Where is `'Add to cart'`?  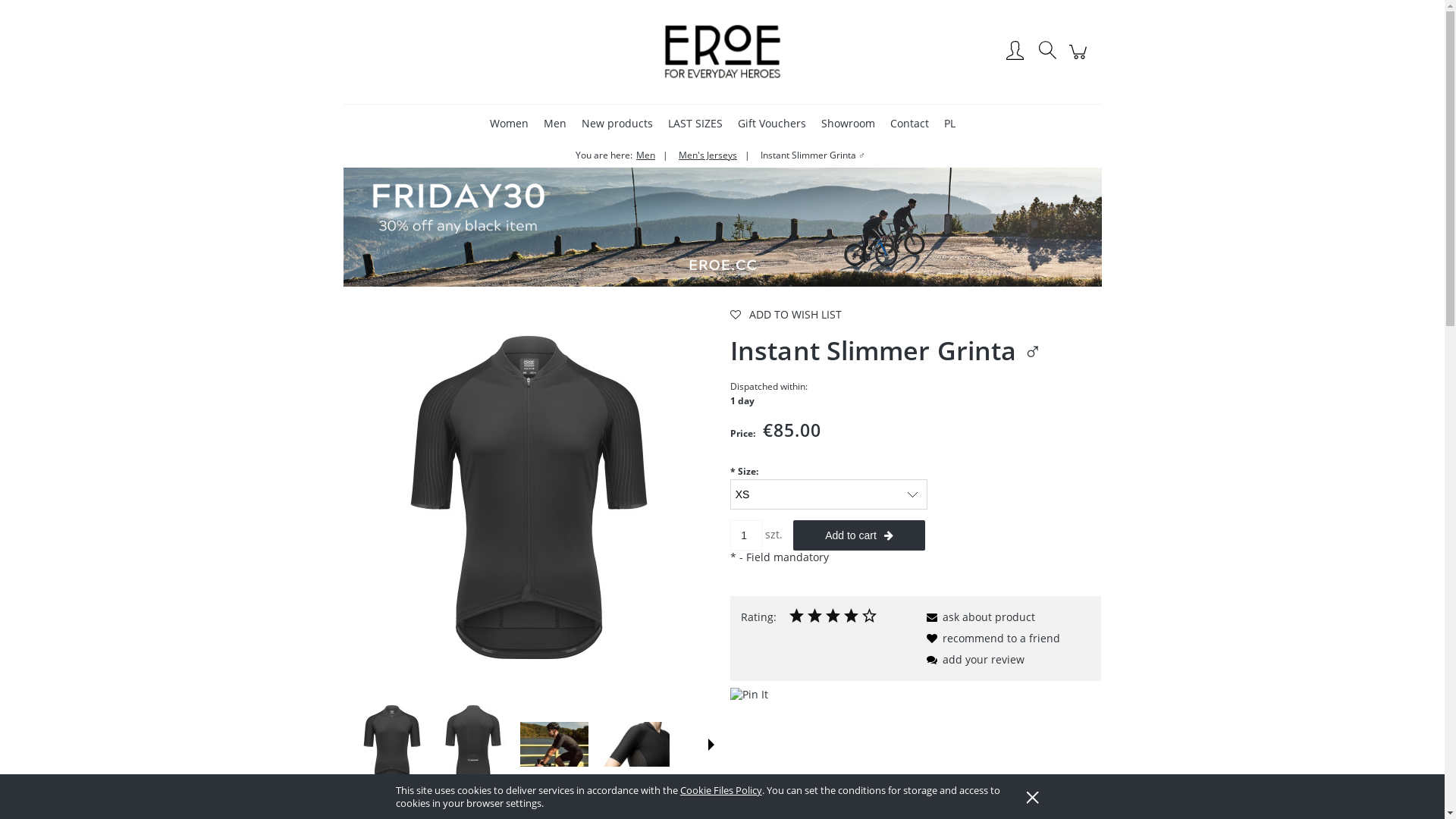
'Add to cart' is located at coordinates (792, 534).